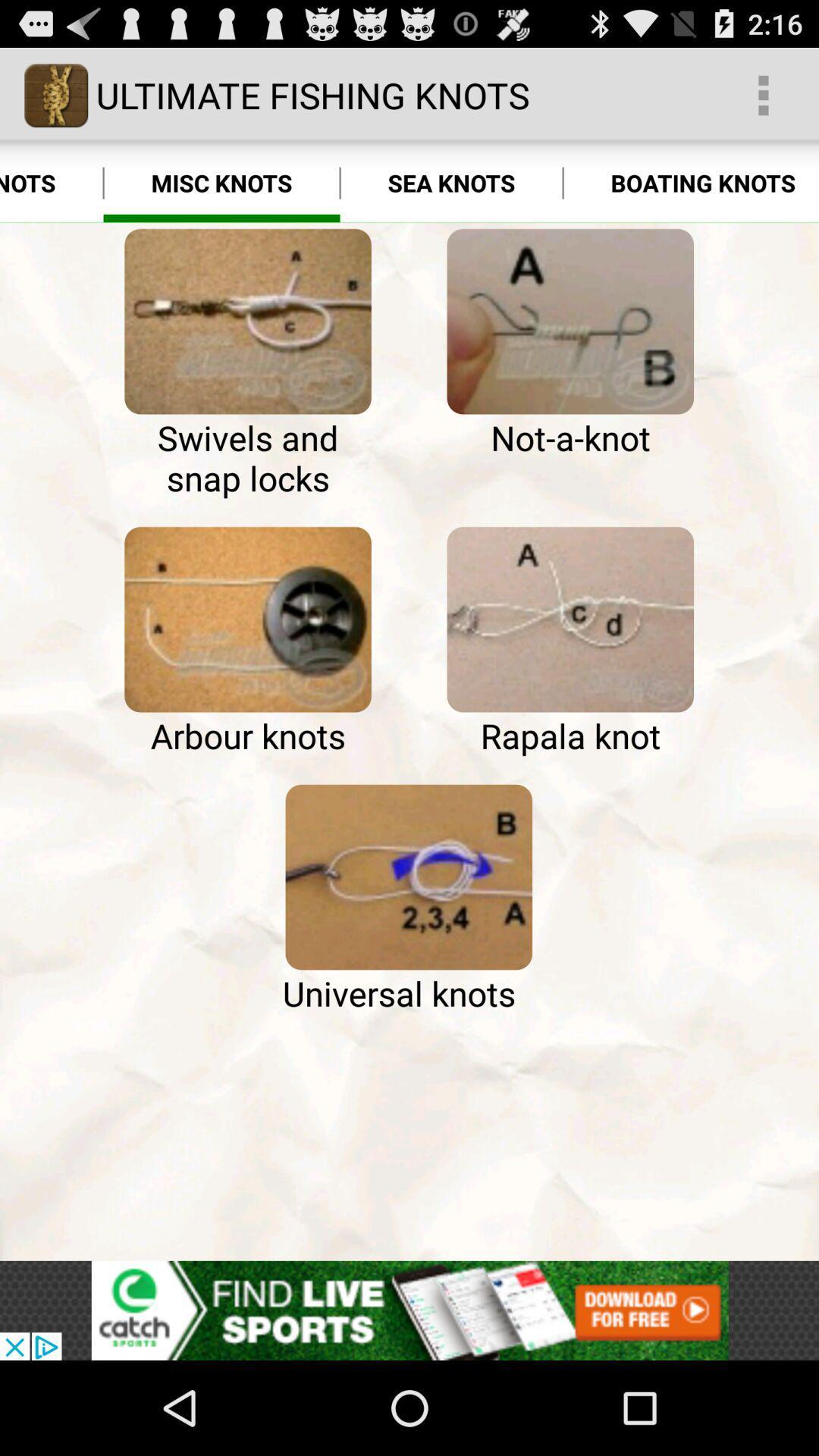 The width and height of the screenshot is (819, 1456). Describe the element at coordinates (408, 877) in the screenshot. I see `see more universo knots information` at that location.